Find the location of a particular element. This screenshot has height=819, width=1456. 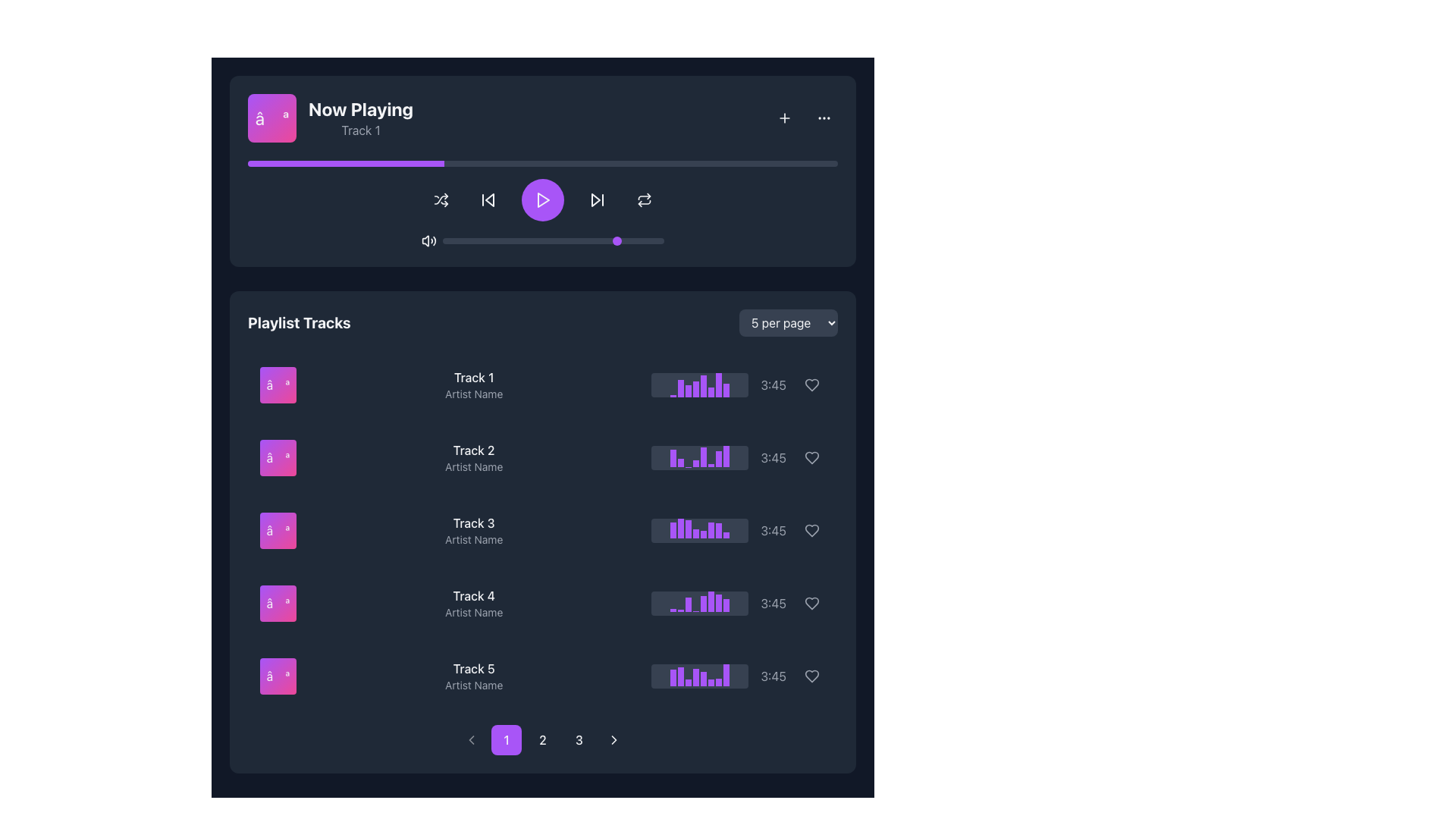

the last purple graphical visualization bar in the 'Track 3' row of the 'Playlist Tracks' section, which is shorter than its siblings is located at coordinates (726, 534).